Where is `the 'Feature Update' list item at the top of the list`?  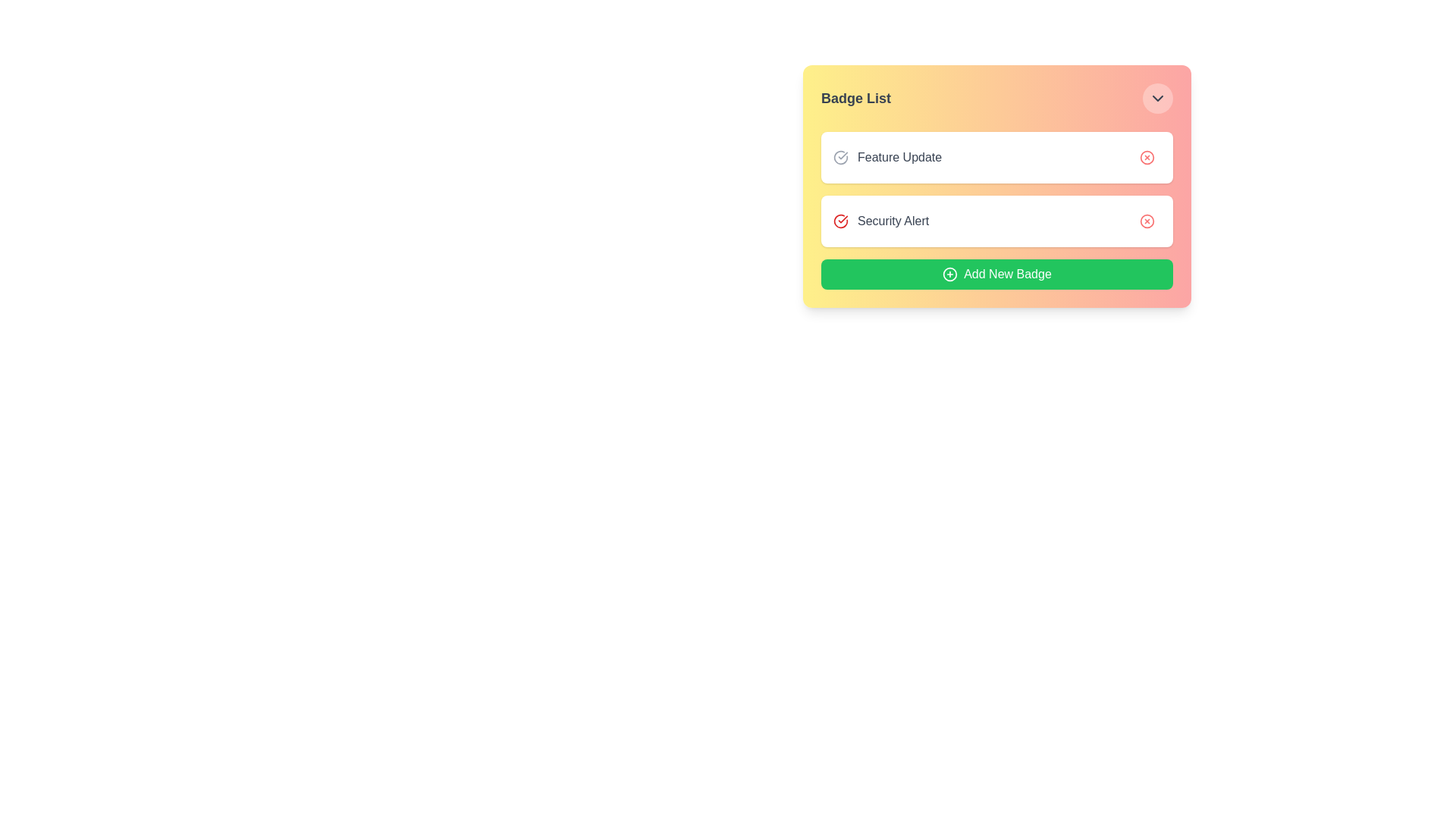 the 'Feature Update' list item at the top of the list is located at coordinates (887, 158).